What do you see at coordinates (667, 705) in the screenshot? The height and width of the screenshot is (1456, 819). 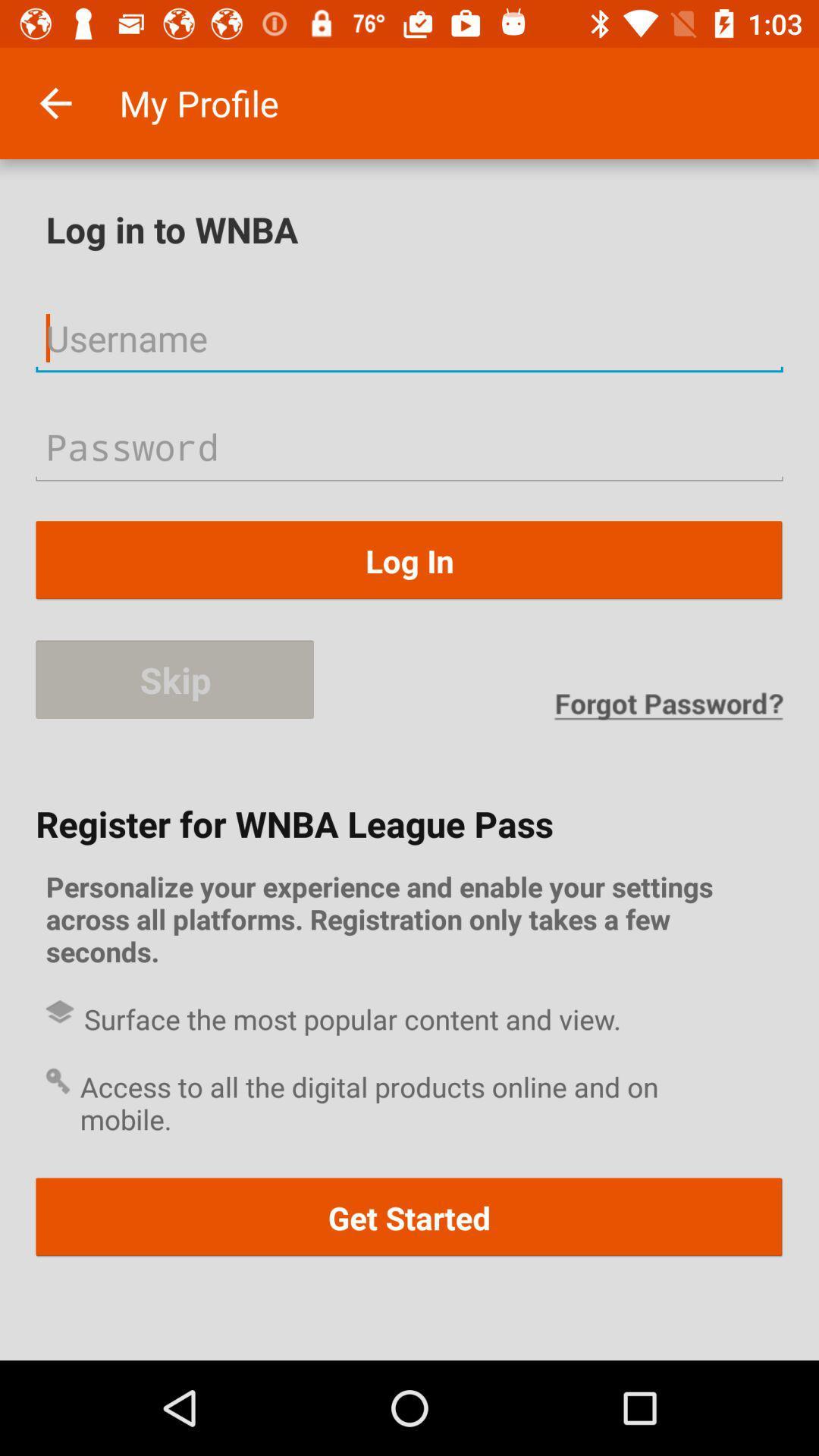 I see `the icon on the right` at bounding box center [667, 705].